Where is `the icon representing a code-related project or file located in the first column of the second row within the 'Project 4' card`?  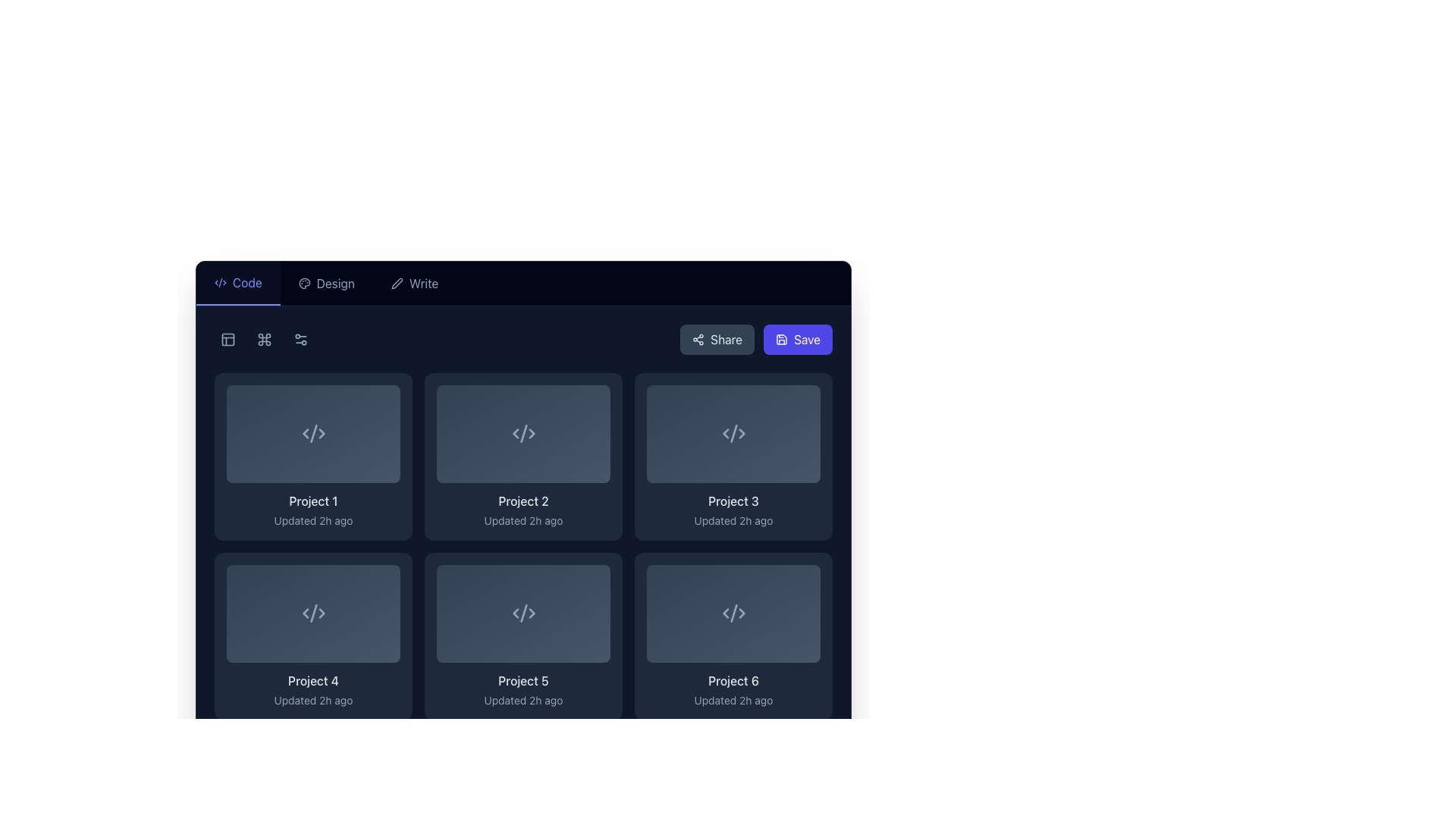
the icon representing a code-related project or file located in the first column of the second row within the 'Project 4' card is located at coordinates (312, 613).